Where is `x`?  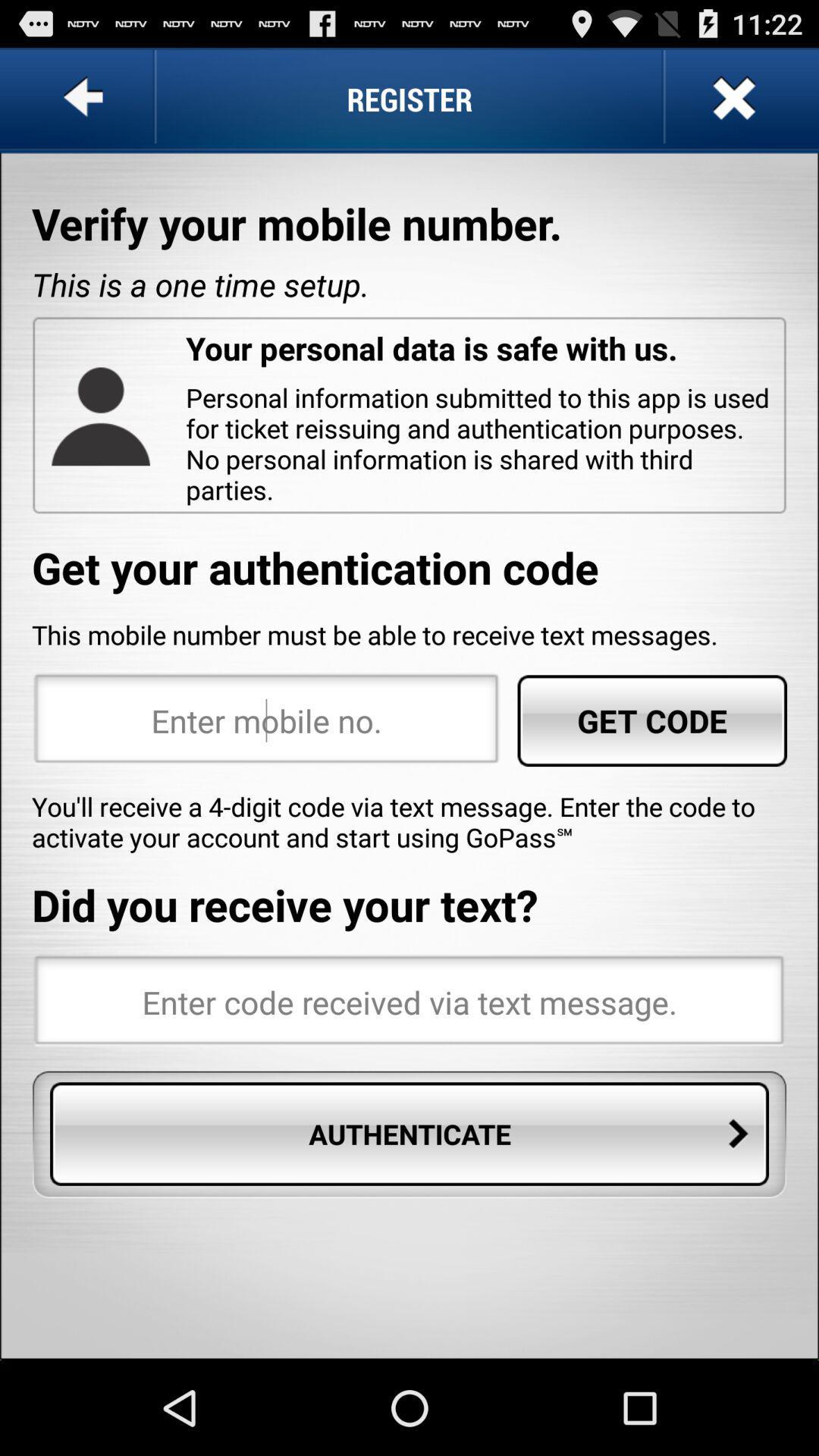 x is located at coordinates (731, 98).